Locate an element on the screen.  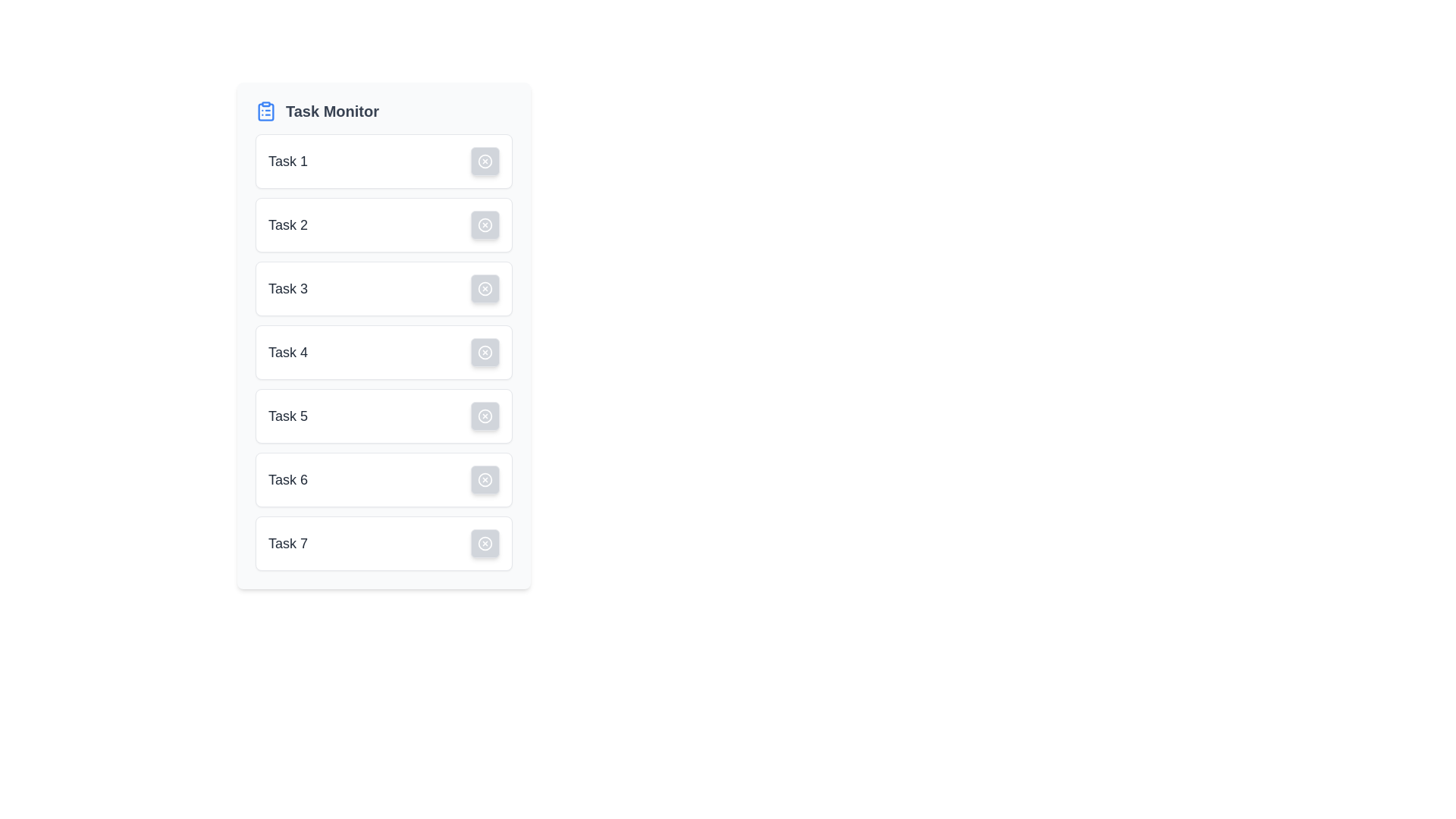
the button located to the far-right of the 'Task 6' label in the sixth row of the task list is located at coordinates (484, 479).